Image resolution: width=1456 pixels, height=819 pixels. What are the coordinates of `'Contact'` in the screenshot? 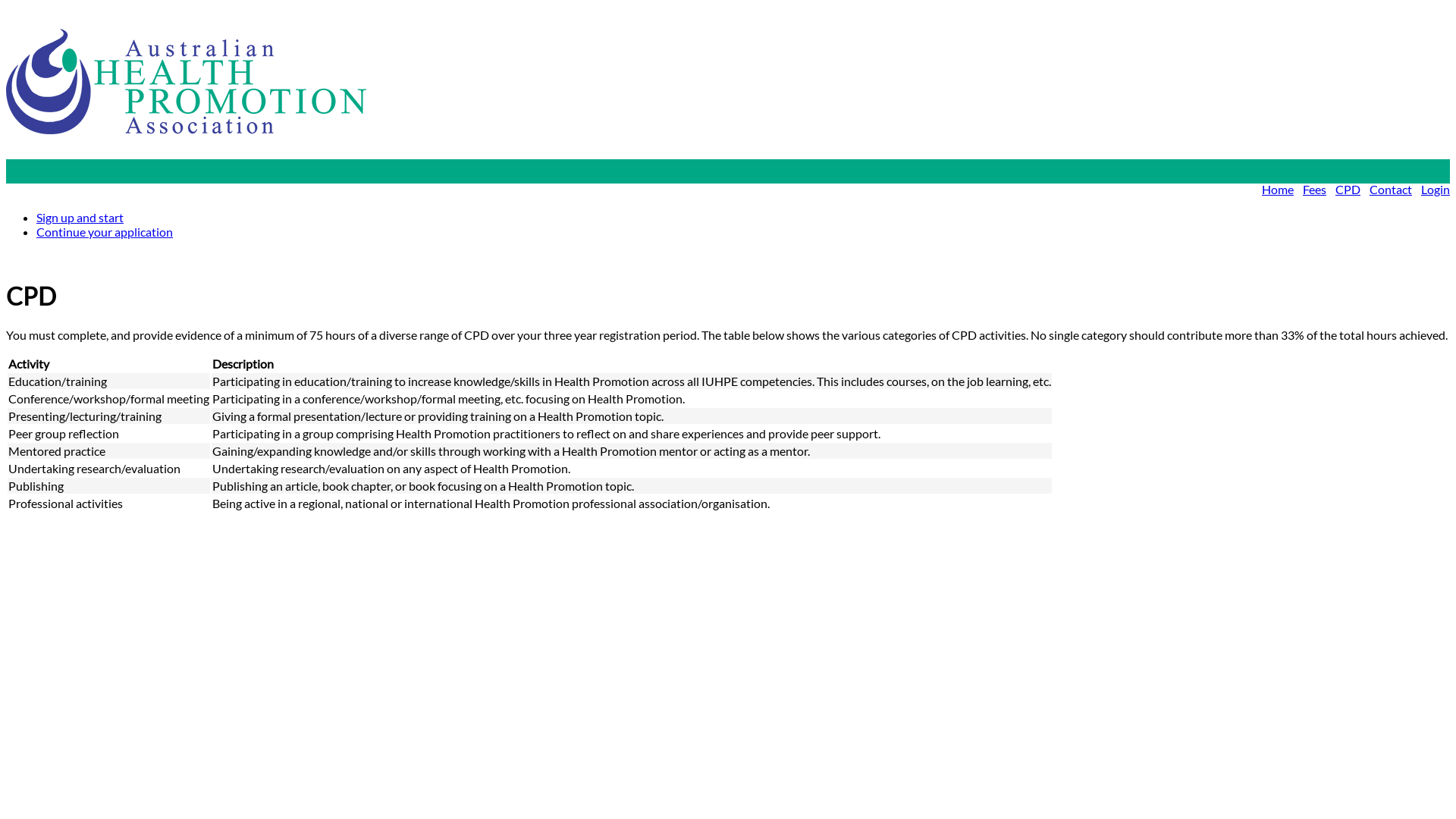 It's located at (1390, 188).